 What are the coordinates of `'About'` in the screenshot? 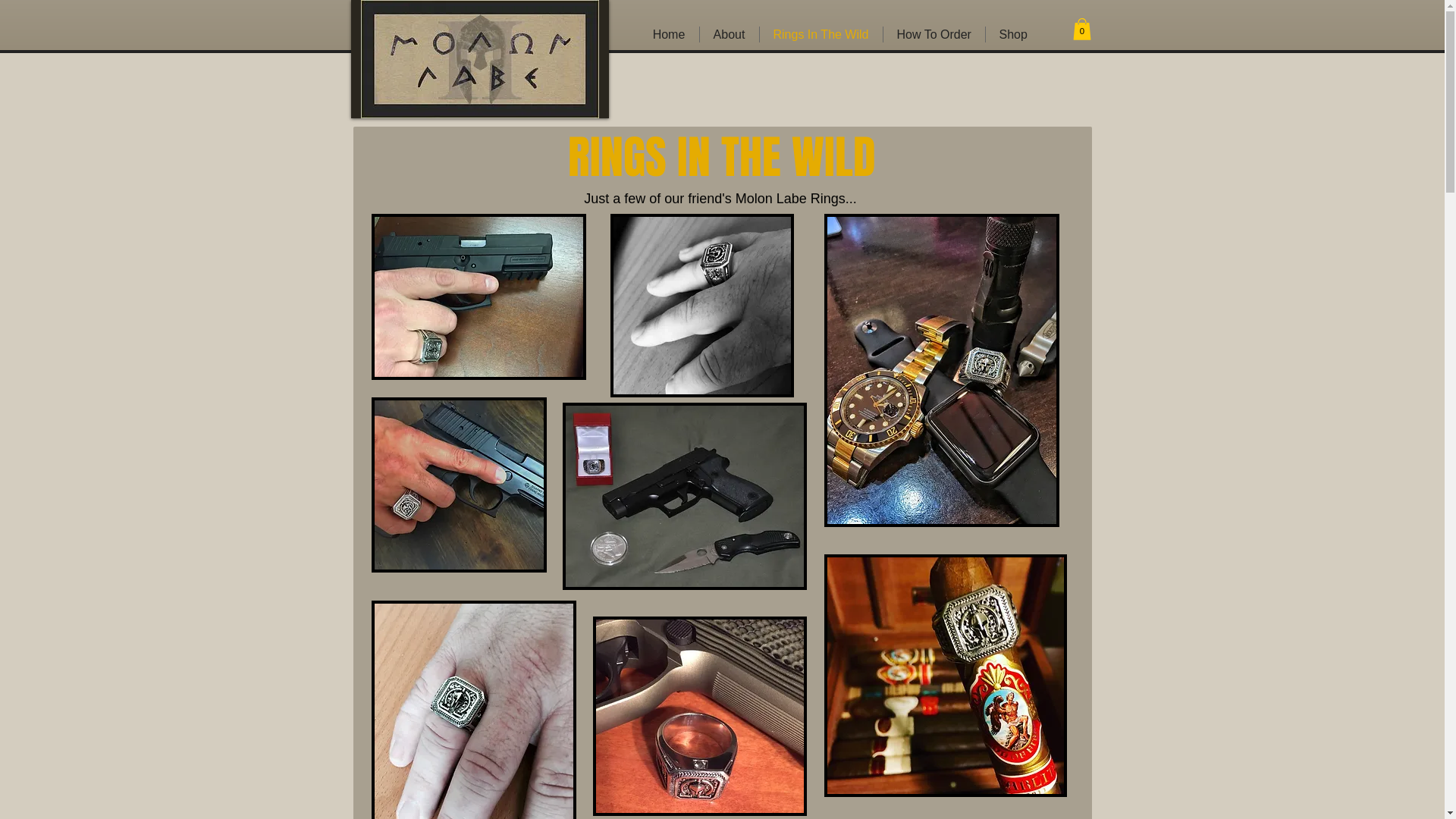 It's located at (698, 34).